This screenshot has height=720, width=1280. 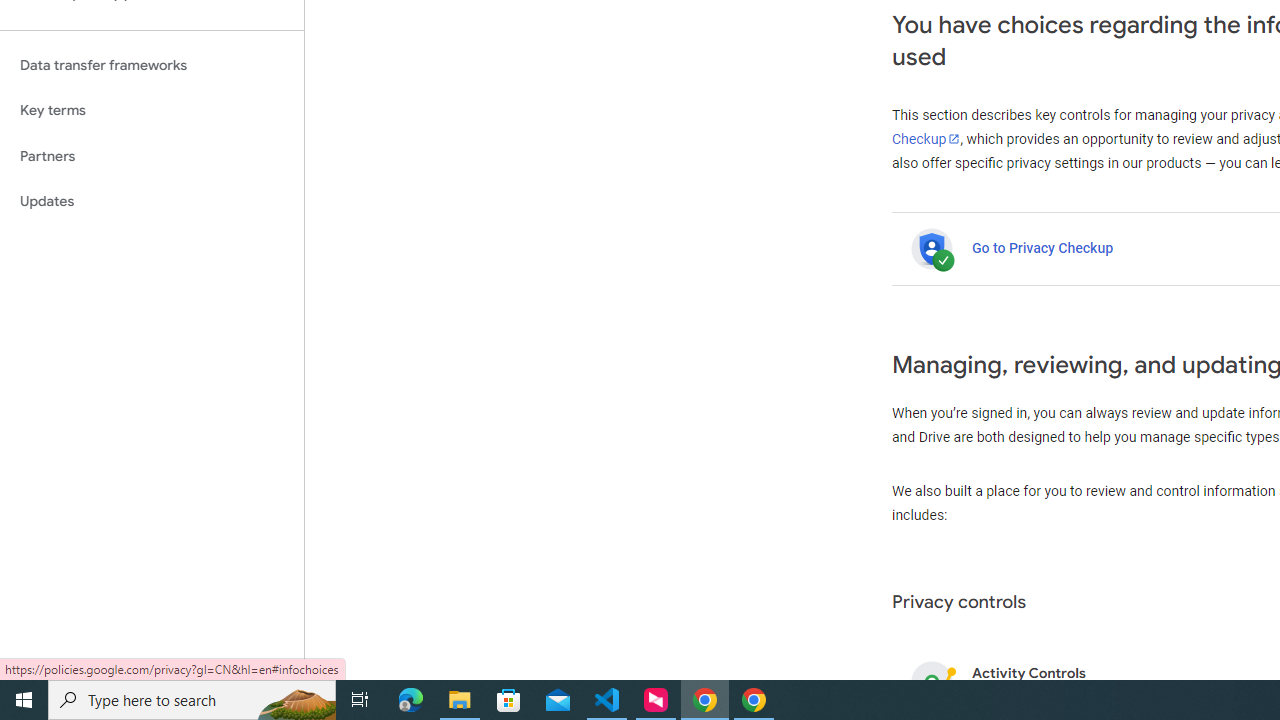 I want to click on 'Go to Privacy Checkup', so click(x=1041, y=247).